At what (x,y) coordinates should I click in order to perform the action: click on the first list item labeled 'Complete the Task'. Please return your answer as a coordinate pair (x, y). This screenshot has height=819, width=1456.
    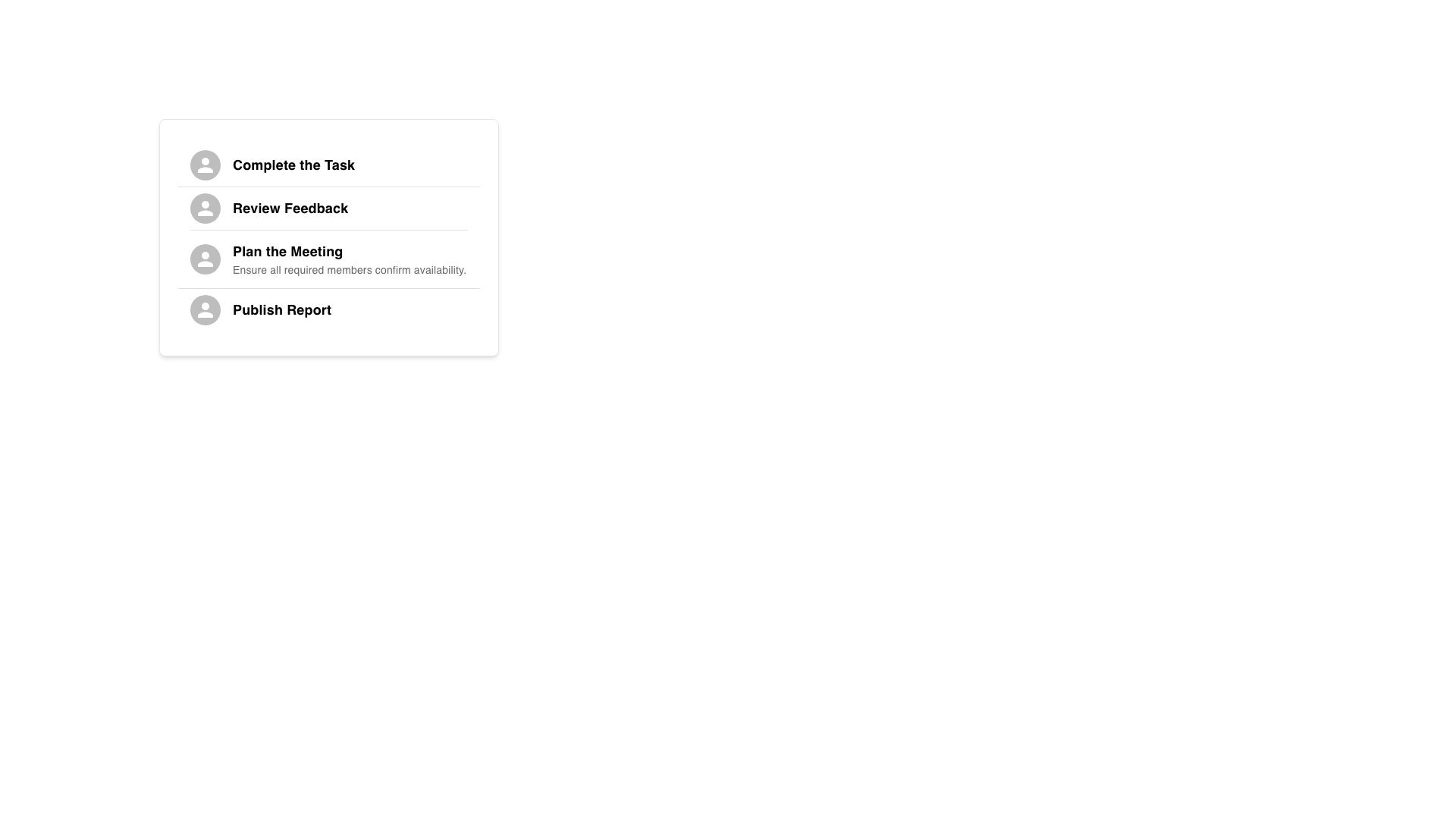
    Looking at the image, I should click on (328, 165).